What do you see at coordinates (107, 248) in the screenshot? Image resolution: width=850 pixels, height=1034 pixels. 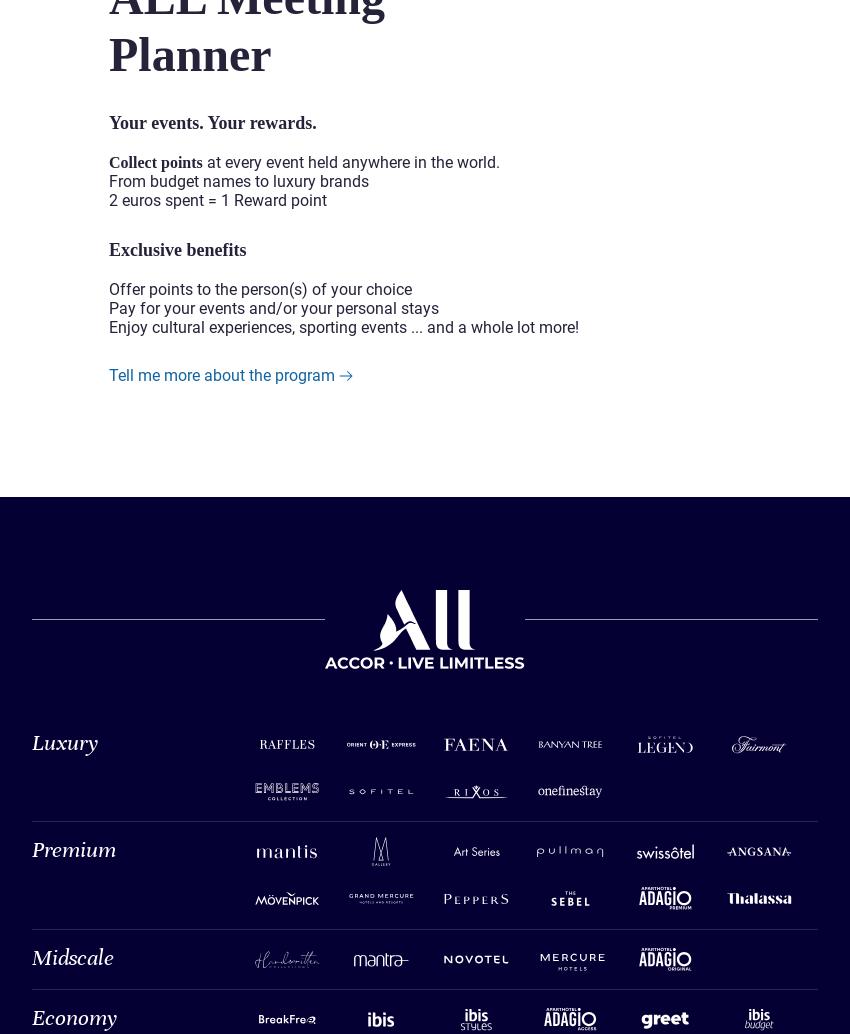 I see `'Exclusive benefits'` at bounding box center [107, 248].